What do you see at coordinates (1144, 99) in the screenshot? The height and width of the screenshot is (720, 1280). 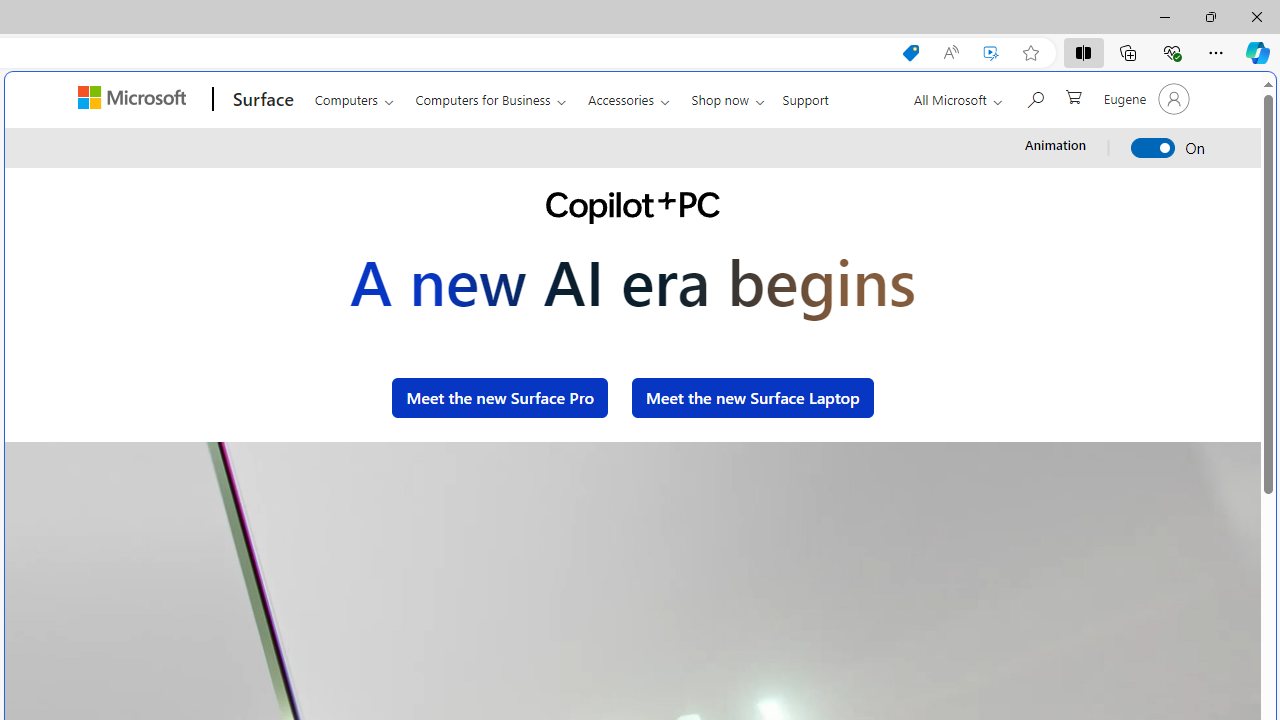 I see `'Account manager for Eugene'` at bounding box center [1144, 99].